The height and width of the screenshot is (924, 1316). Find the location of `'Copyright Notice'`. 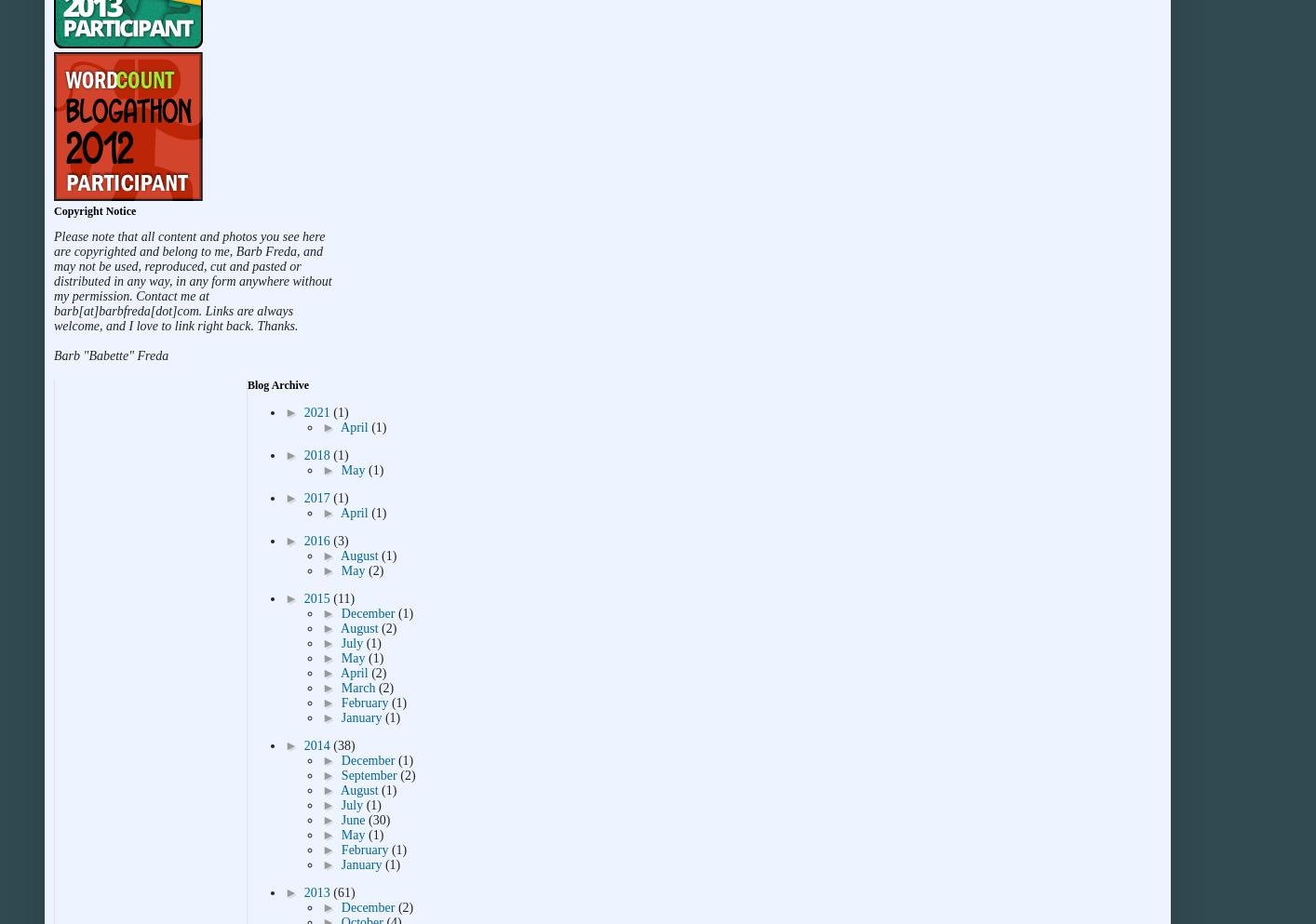

'Copyright Notice' is located at coordinates (94, 210).